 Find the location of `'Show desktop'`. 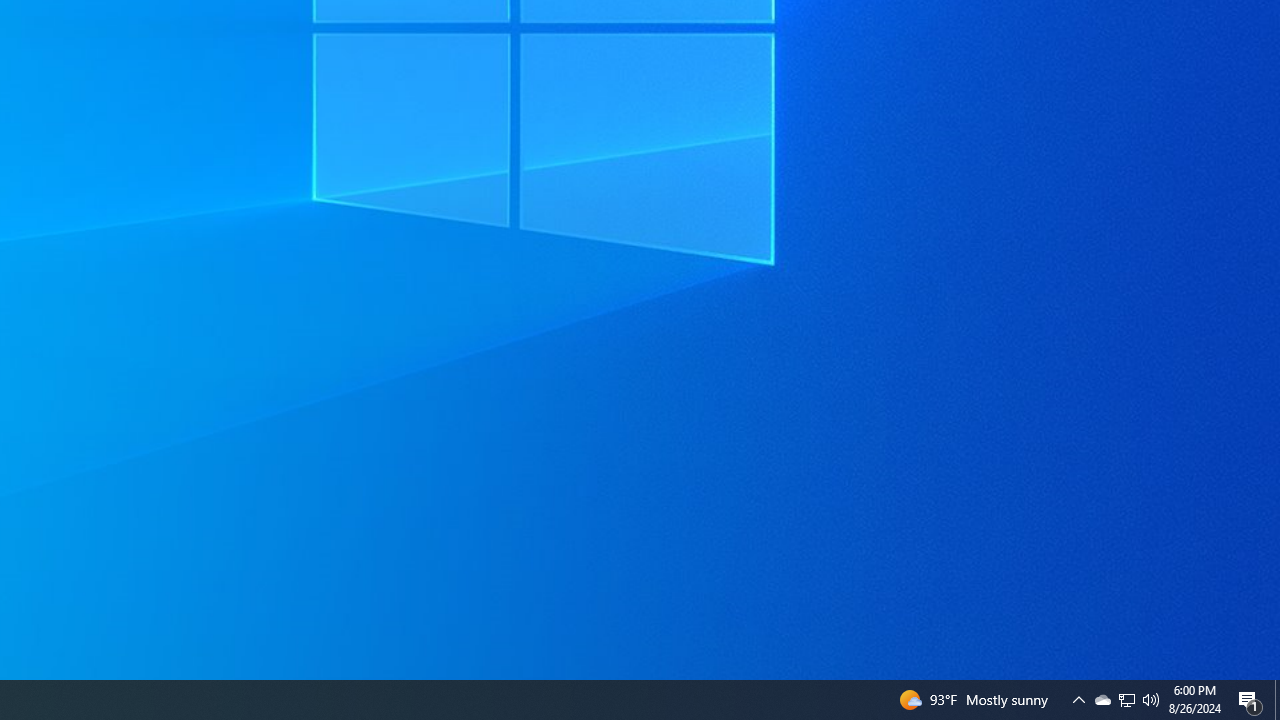

'Show desktop' is located at coordinates (1276, 698).